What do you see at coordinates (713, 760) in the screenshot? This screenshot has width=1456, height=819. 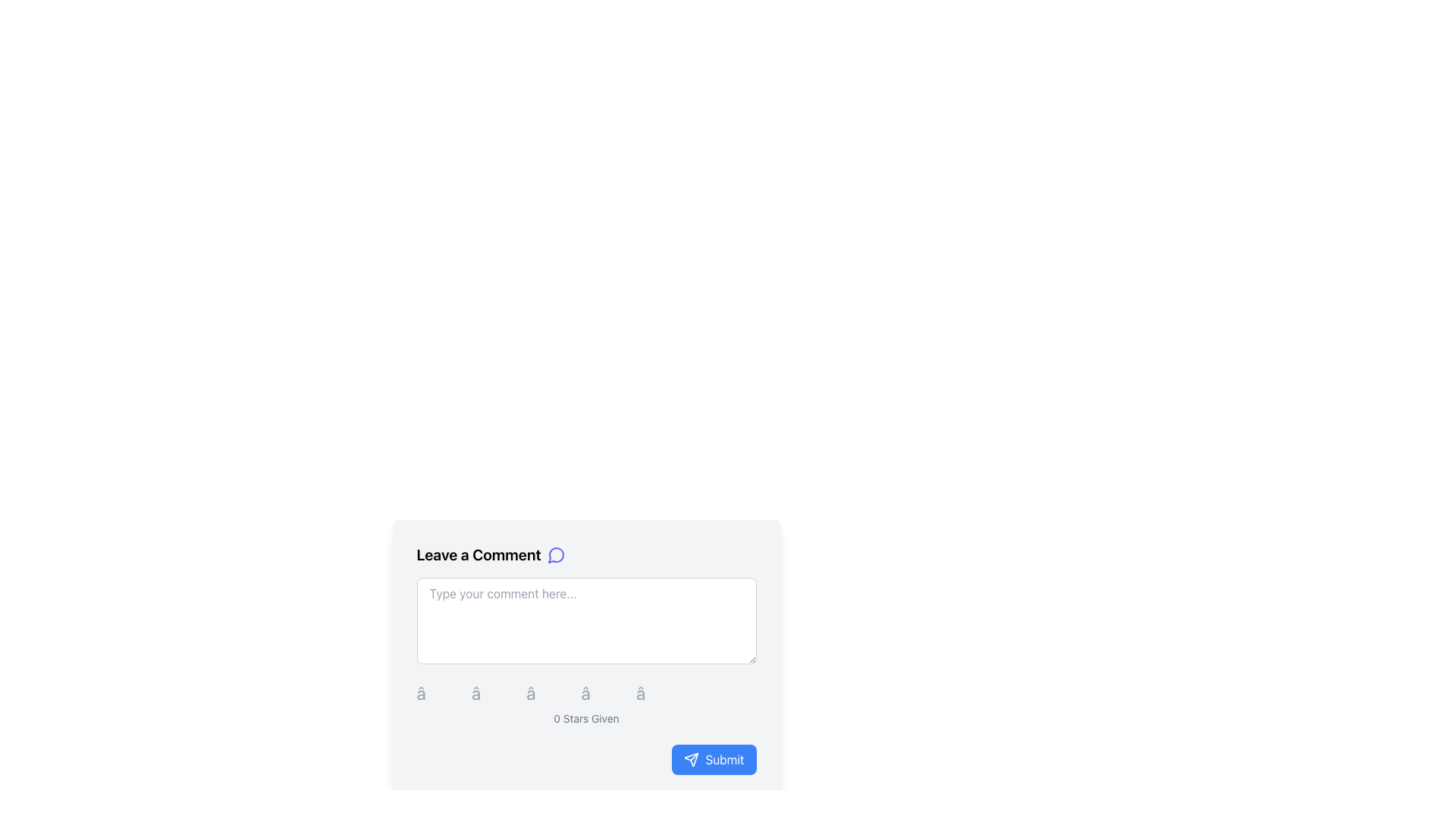 I see `the rectangular blue button with rounded corners labeled 'Submit' for accessibility actions` at bounding box center [713, 760].